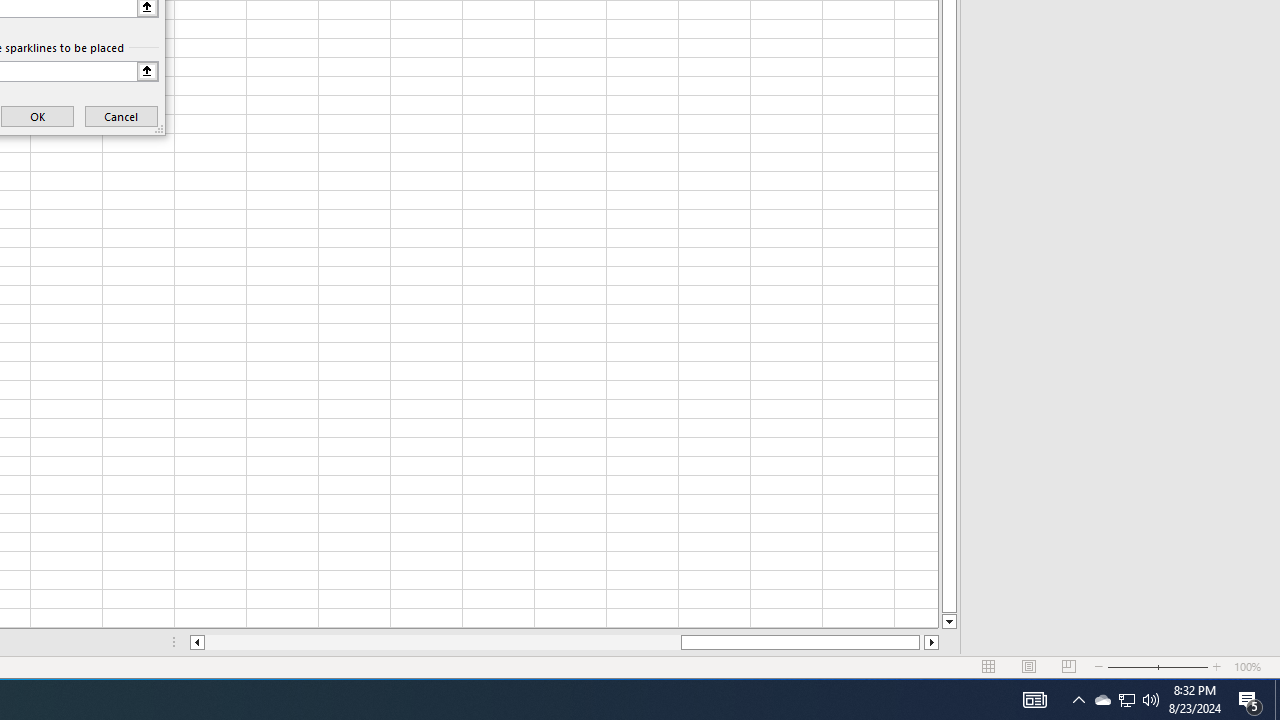 The width and height of the screenshot is (1280, 720). I want to click on 'Zoom In', so click(1216, 667).